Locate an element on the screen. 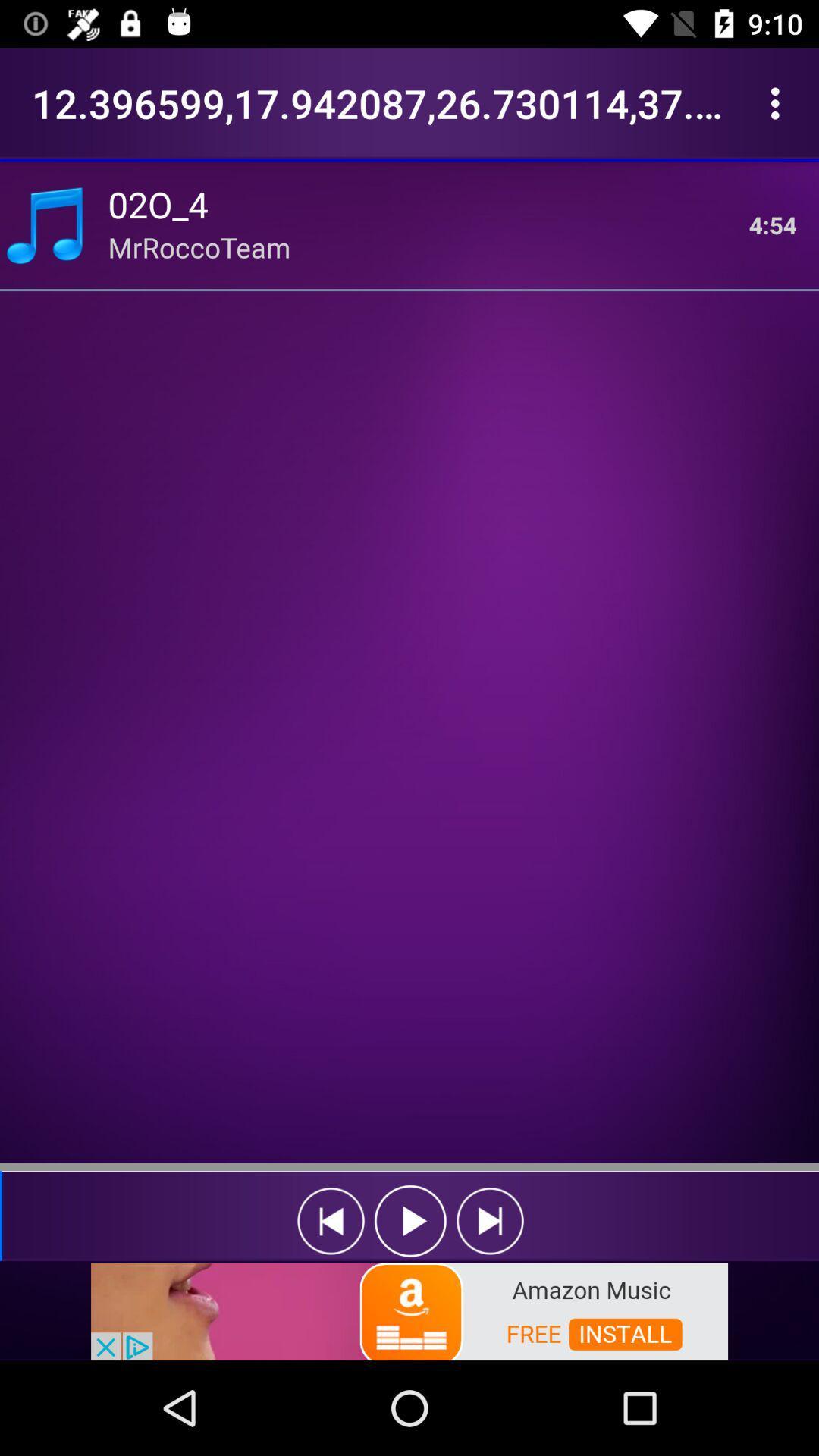 Image resolution: width=819 pixels, height=1456 pixels. advertisements is located at coordinates (409, 1310).